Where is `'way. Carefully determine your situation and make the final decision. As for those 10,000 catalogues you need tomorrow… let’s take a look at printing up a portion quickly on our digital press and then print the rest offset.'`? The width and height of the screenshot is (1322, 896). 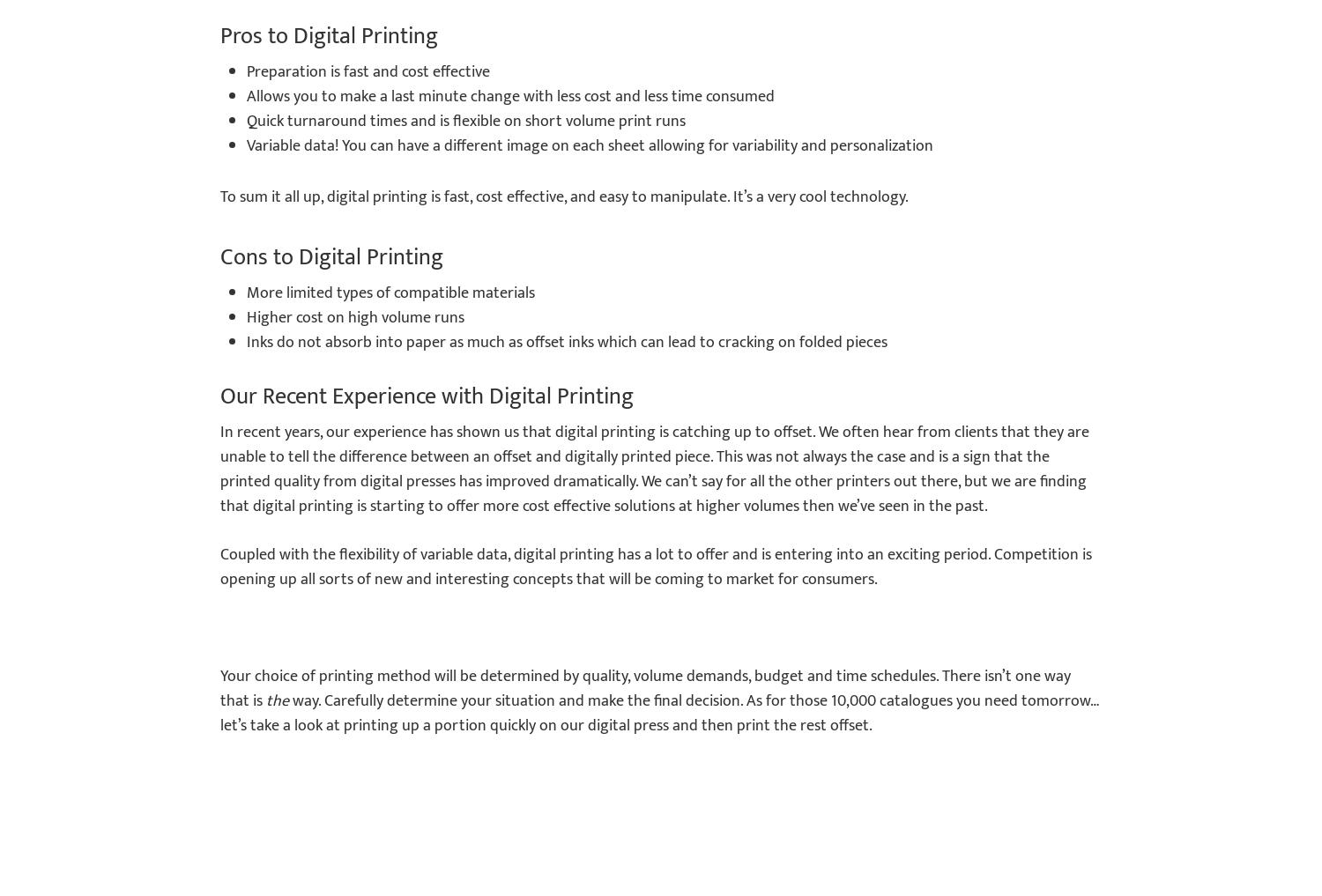 'way. Carefully determine your situation and make the final decision. As for those 10,000 catalogues you need tomorrow… let’s take a look at printing up a portion quickly on our digital press and then print the rest offset.' is located at coordinates (658, 713).